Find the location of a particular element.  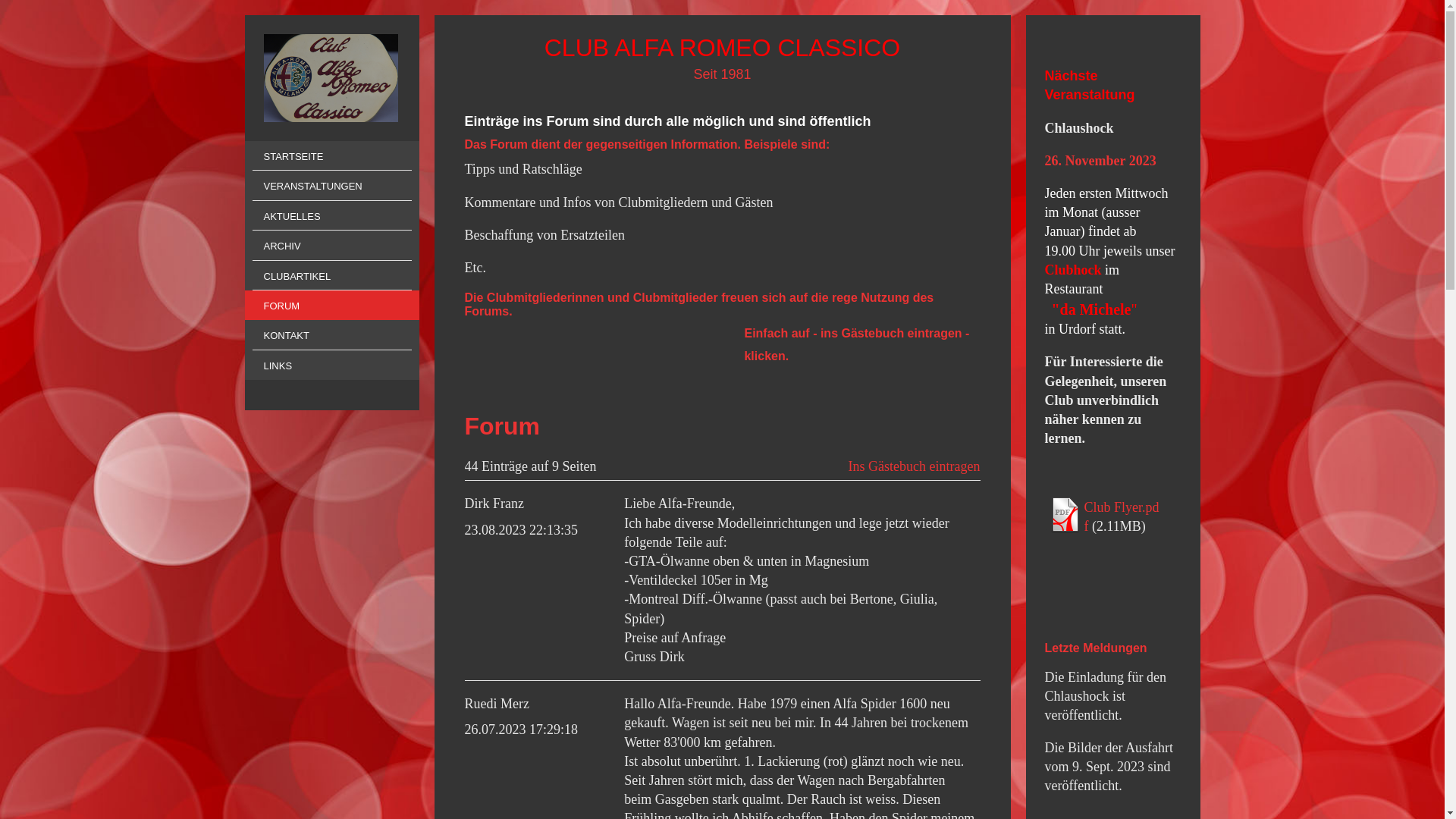

'STARTSEITE' is located at coordinates (251, 155).